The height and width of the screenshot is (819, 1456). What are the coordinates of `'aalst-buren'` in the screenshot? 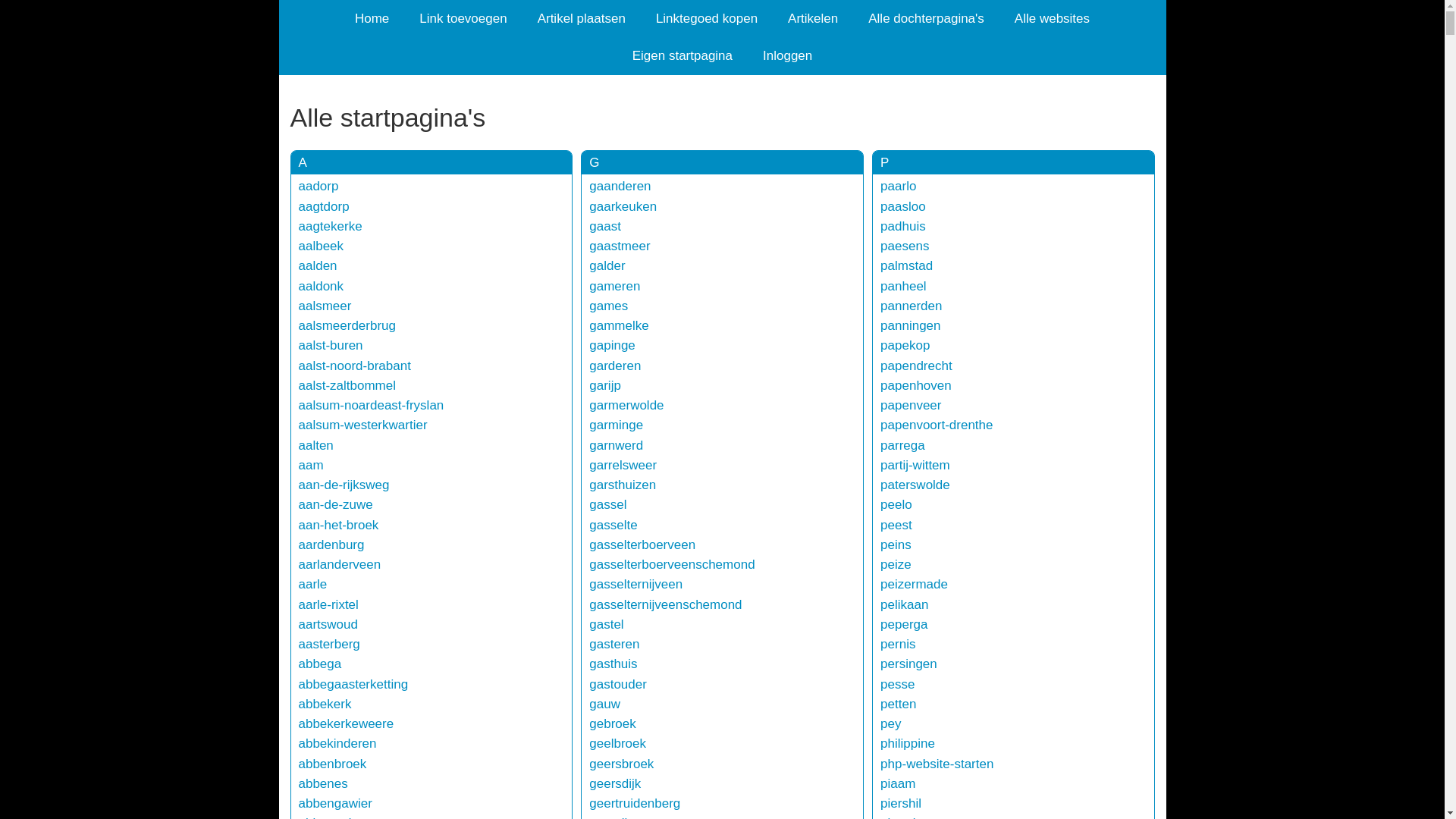 It's located at (298, 345).